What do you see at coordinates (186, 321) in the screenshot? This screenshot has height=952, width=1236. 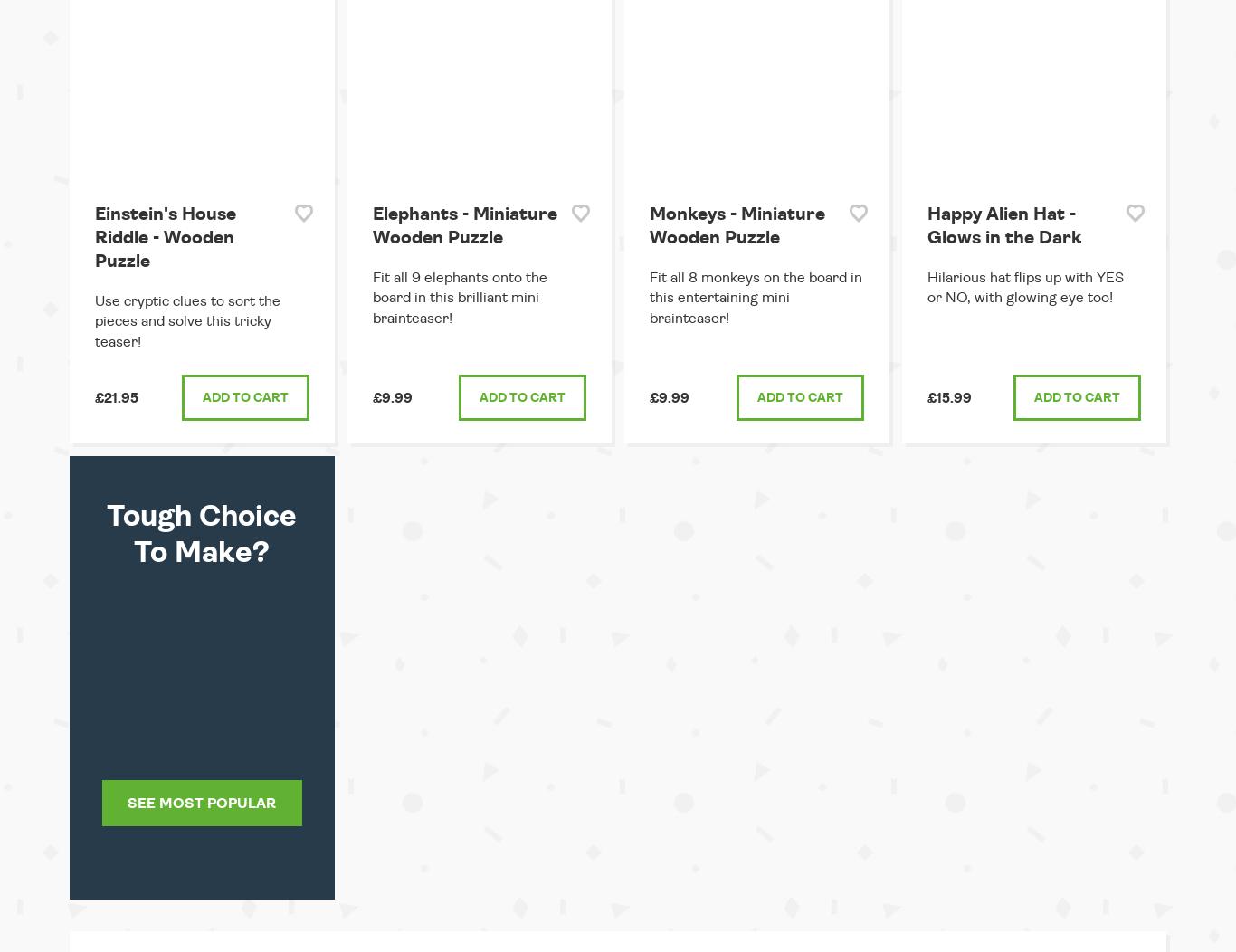 I see `'Use cryptic clues to sort the pieces and solve this tricky teaser!'` at bounding box center [186, 321].